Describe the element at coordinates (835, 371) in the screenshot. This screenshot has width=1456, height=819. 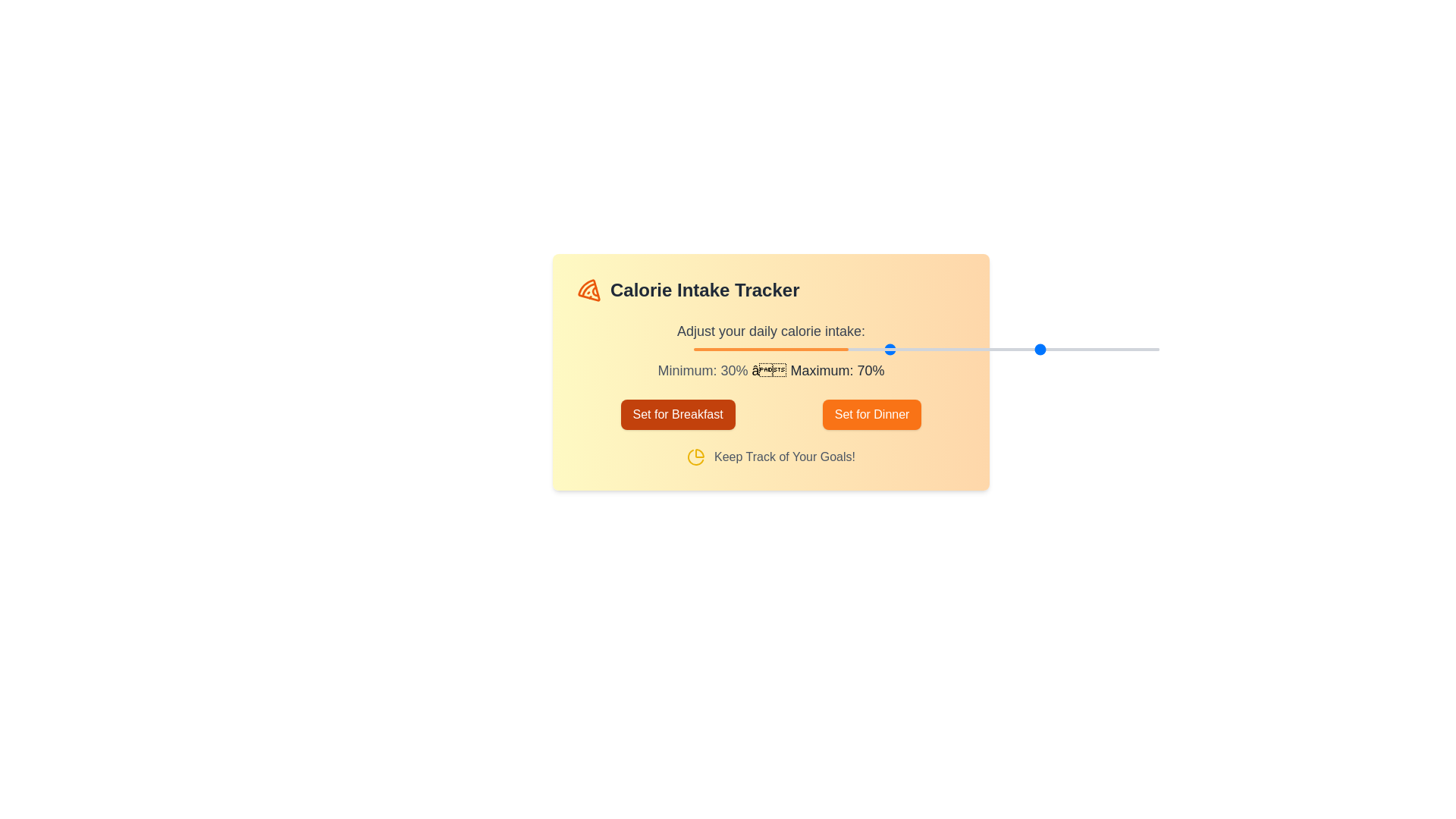
I see `the static text element displaying 'Maximum: 70%' which is positioned to the right of 'Minimum: 30%' in a bold, dark-gray font` at that location.